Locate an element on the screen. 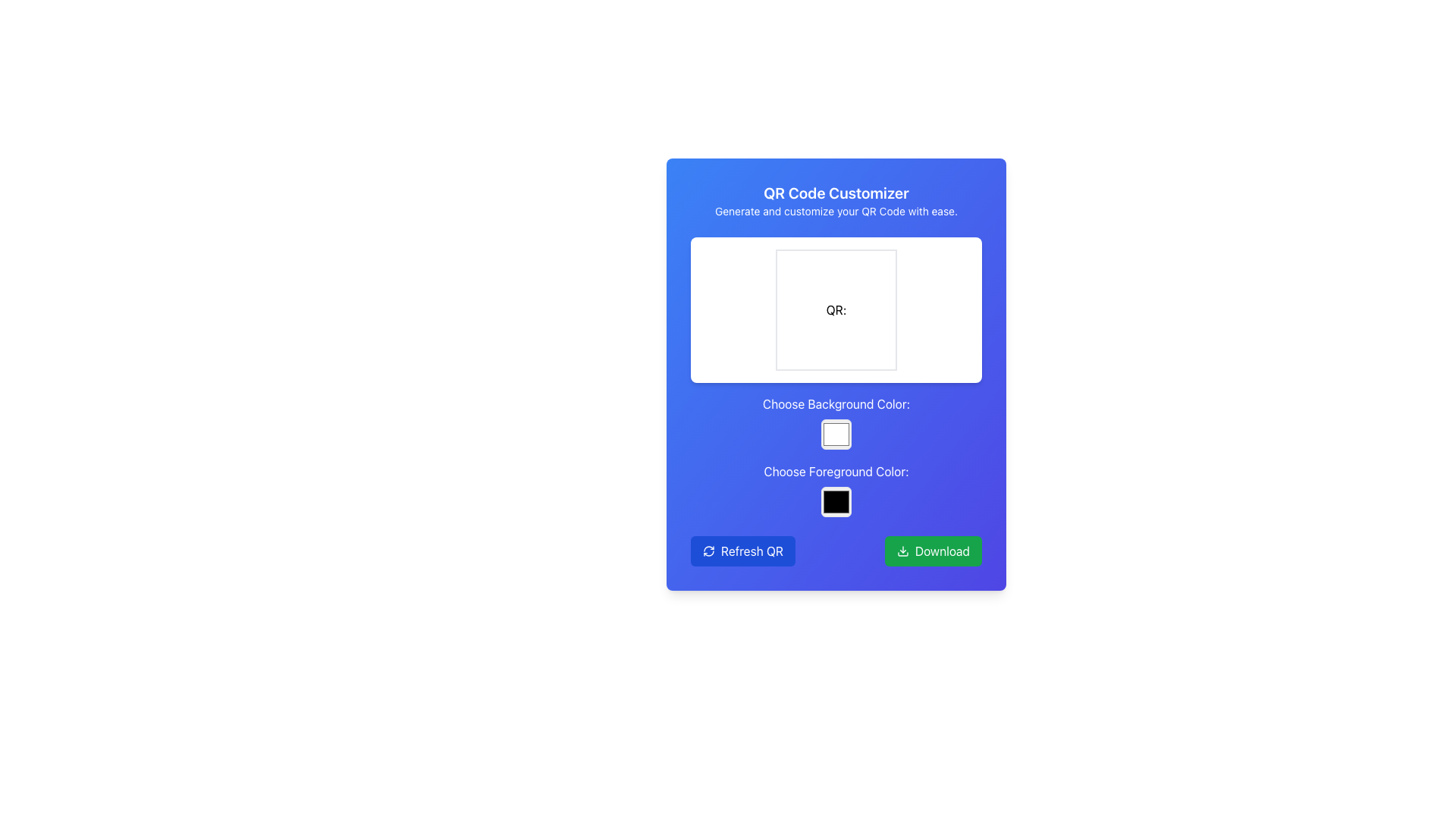  the 'Download' button located at the bottom-right corner of the card-like interface, which contains a small download icon with a white downwards arrow on a green background is located at coordinates (902, 551).